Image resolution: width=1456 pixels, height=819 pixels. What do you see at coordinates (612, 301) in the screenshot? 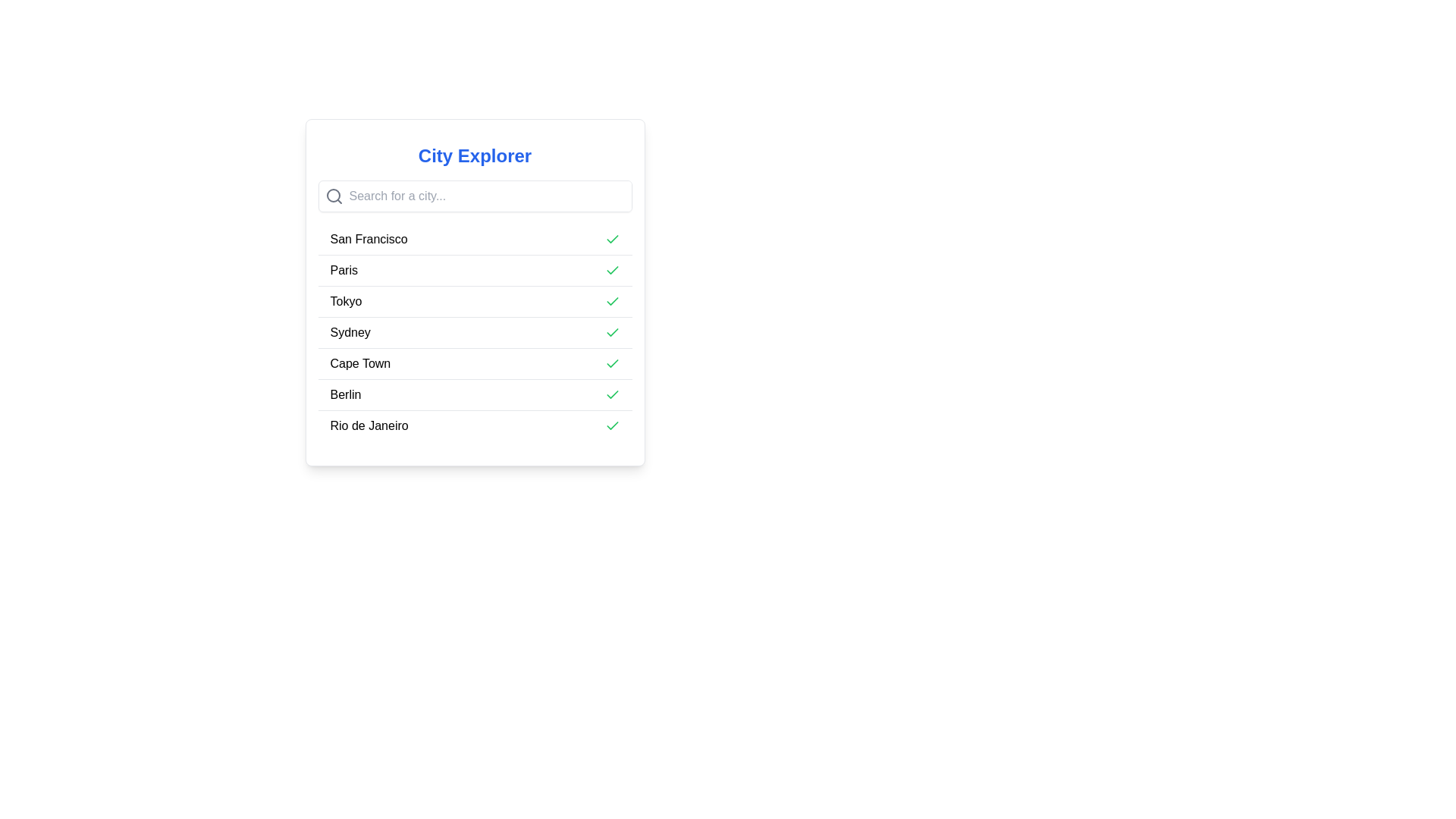
I see `the checkmark icon with a green outline located to the right of the 'Tokyo' text in the city names list` at bounding box center [612, 301].